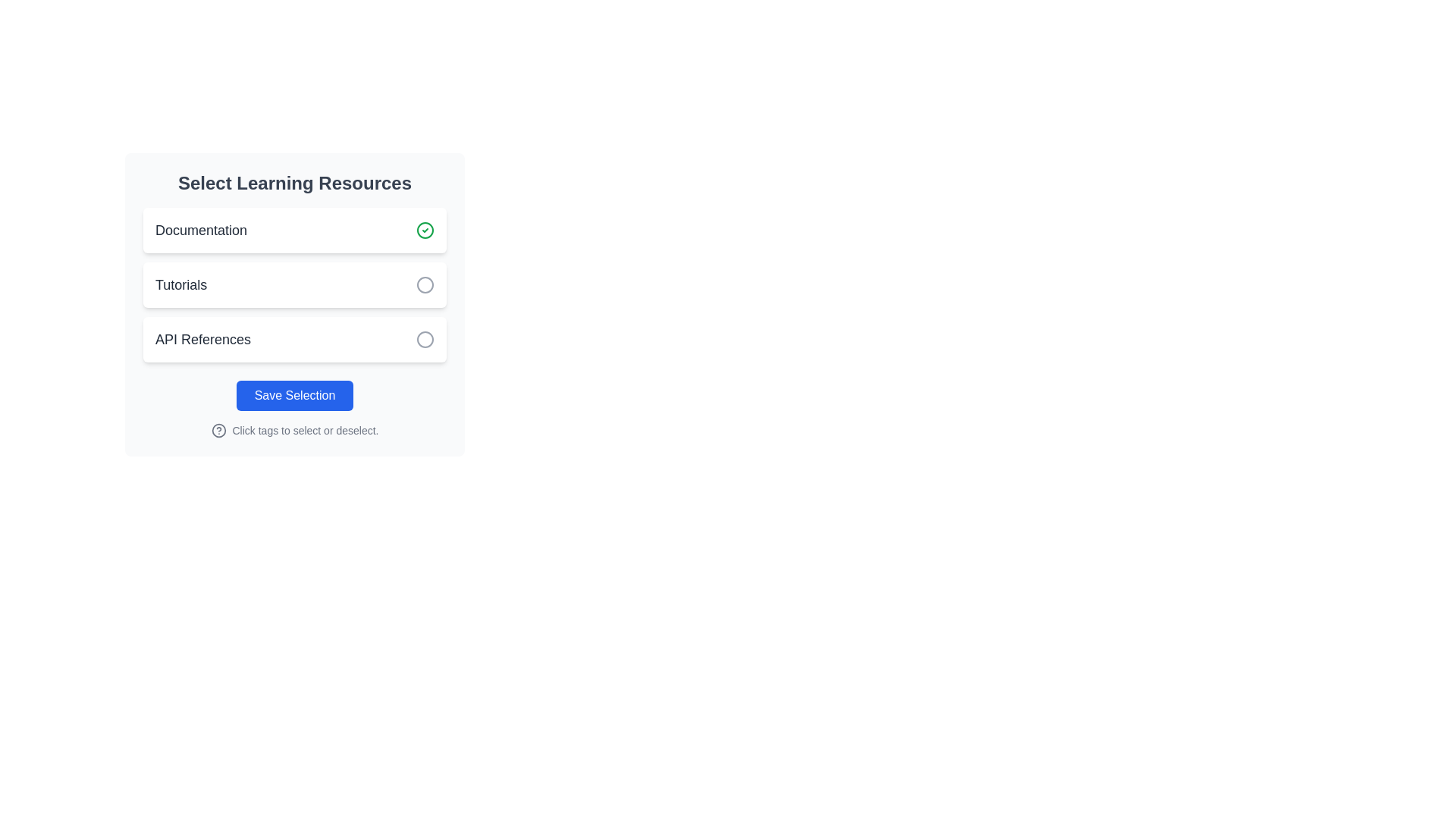 The image size is (1456, 819). Describe the element at coordinates (294, 284) in the screenshot. I see `the selectable tutorial option button located between the 'Documentation' and 'API References' buttons` at that location.